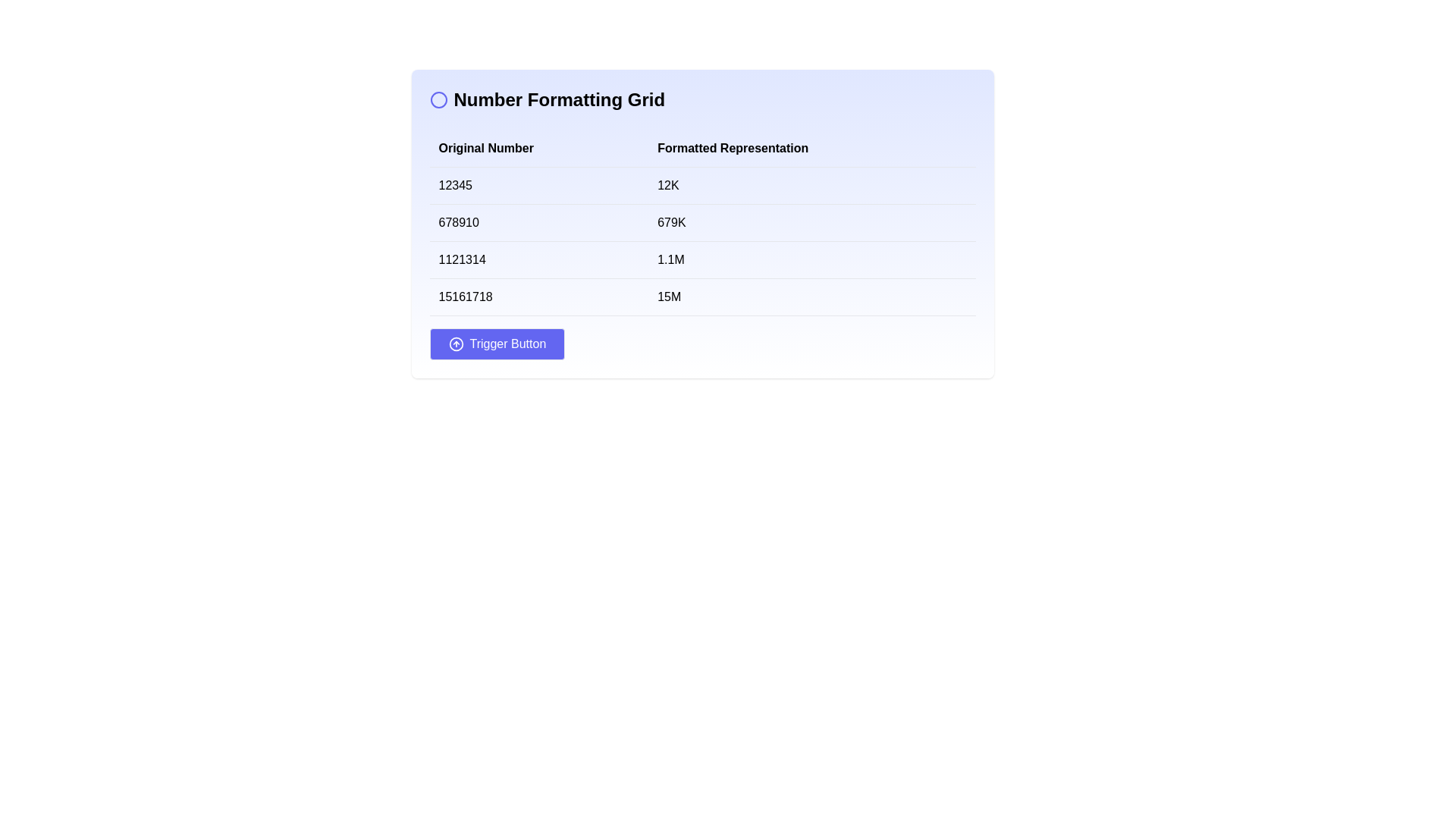  I want to click on the third row of the data table that contains the identifier '1121314' and the formatted value '1.1M', so click(701, 259).